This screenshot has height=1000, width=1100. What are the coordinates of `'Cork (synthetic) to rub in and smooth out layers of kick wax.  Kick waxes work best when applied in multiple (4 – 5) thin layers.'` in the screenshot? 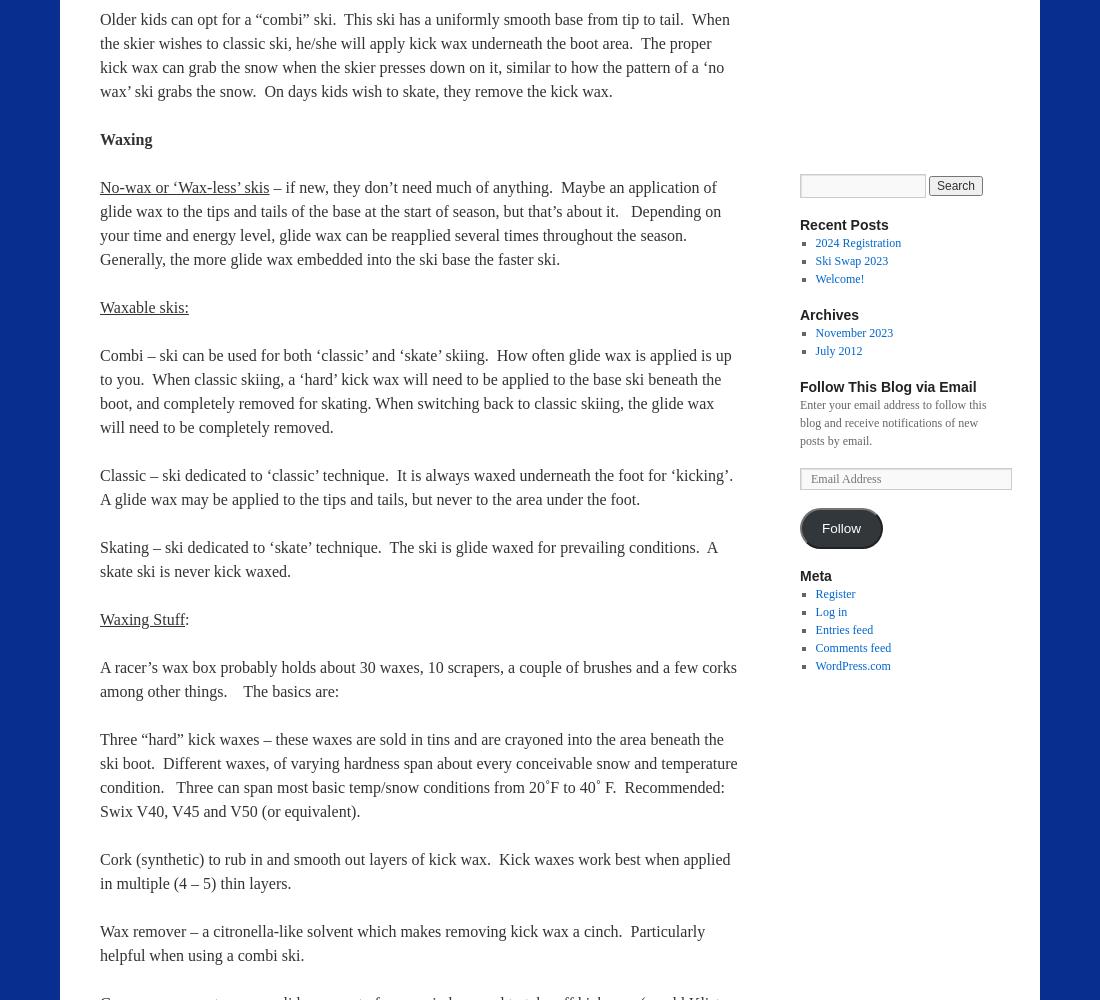 It's located at (414, 870).